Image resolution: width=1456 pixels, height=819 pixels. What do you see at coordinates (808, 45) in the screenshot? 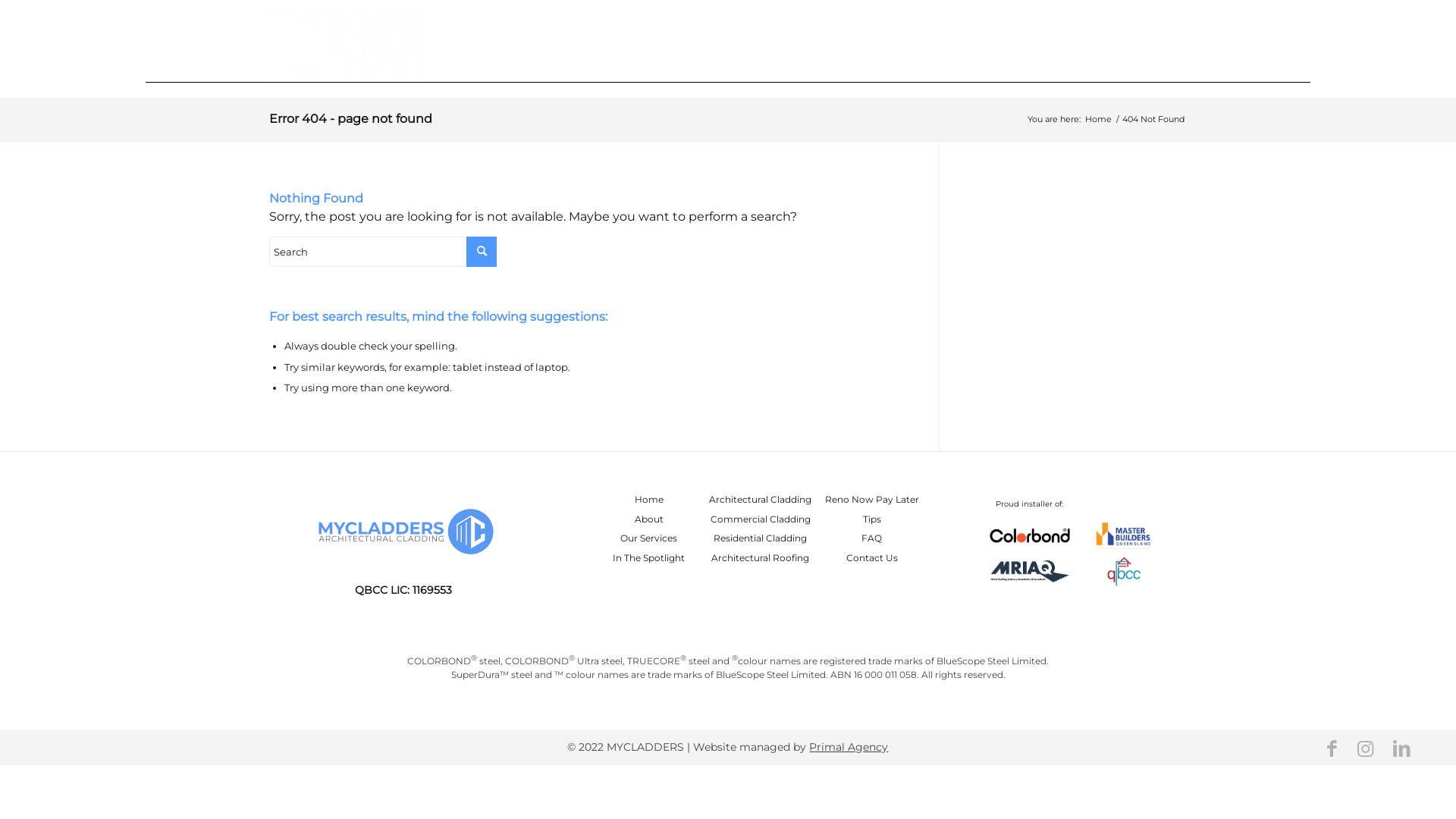
I see `'Home'` at bounding box center [808, 45].